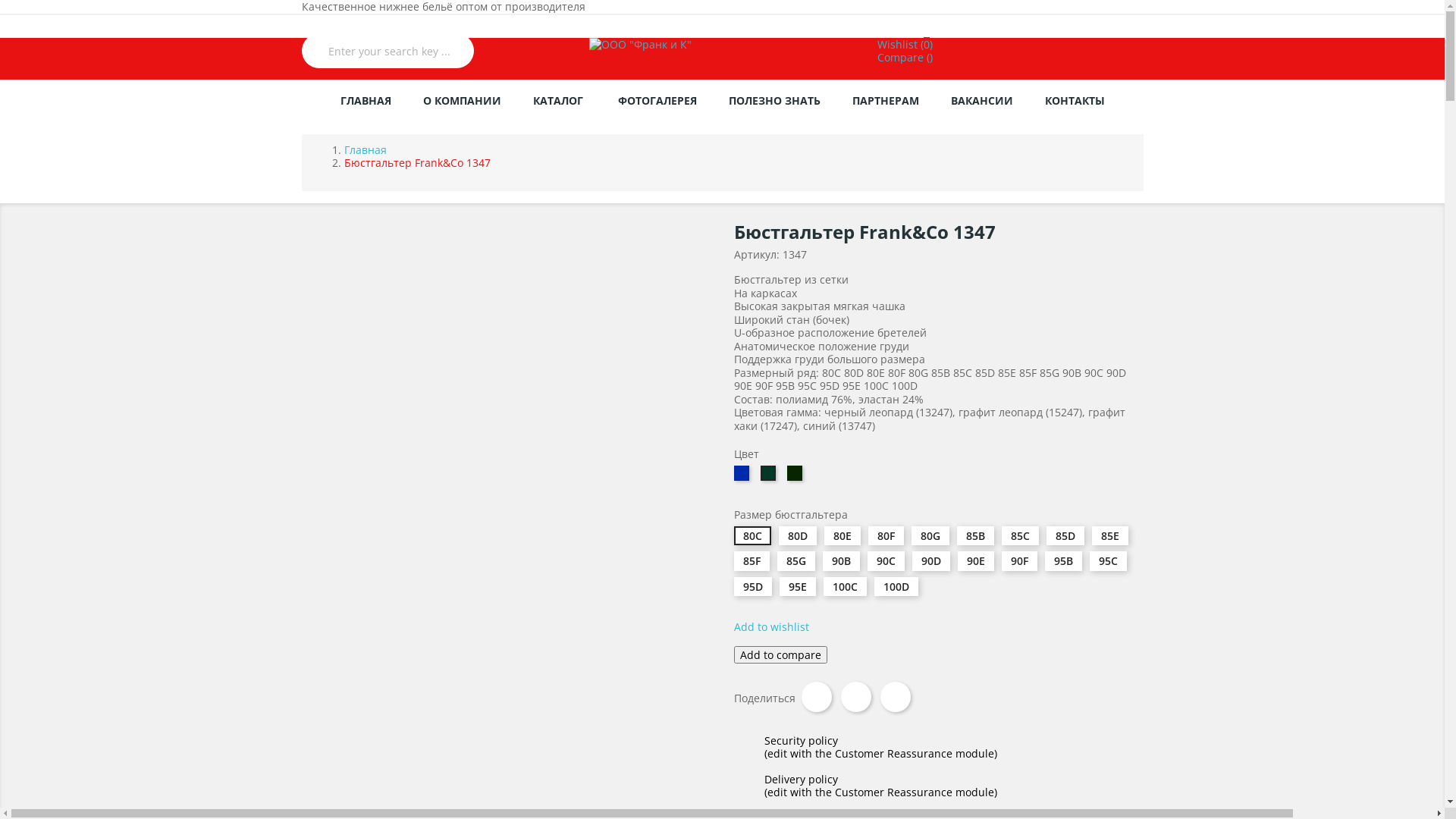  What do you see at coordinates (905, 56) in the screenshot?
I see `'Compare ()'` at bounding box center [905, 56].